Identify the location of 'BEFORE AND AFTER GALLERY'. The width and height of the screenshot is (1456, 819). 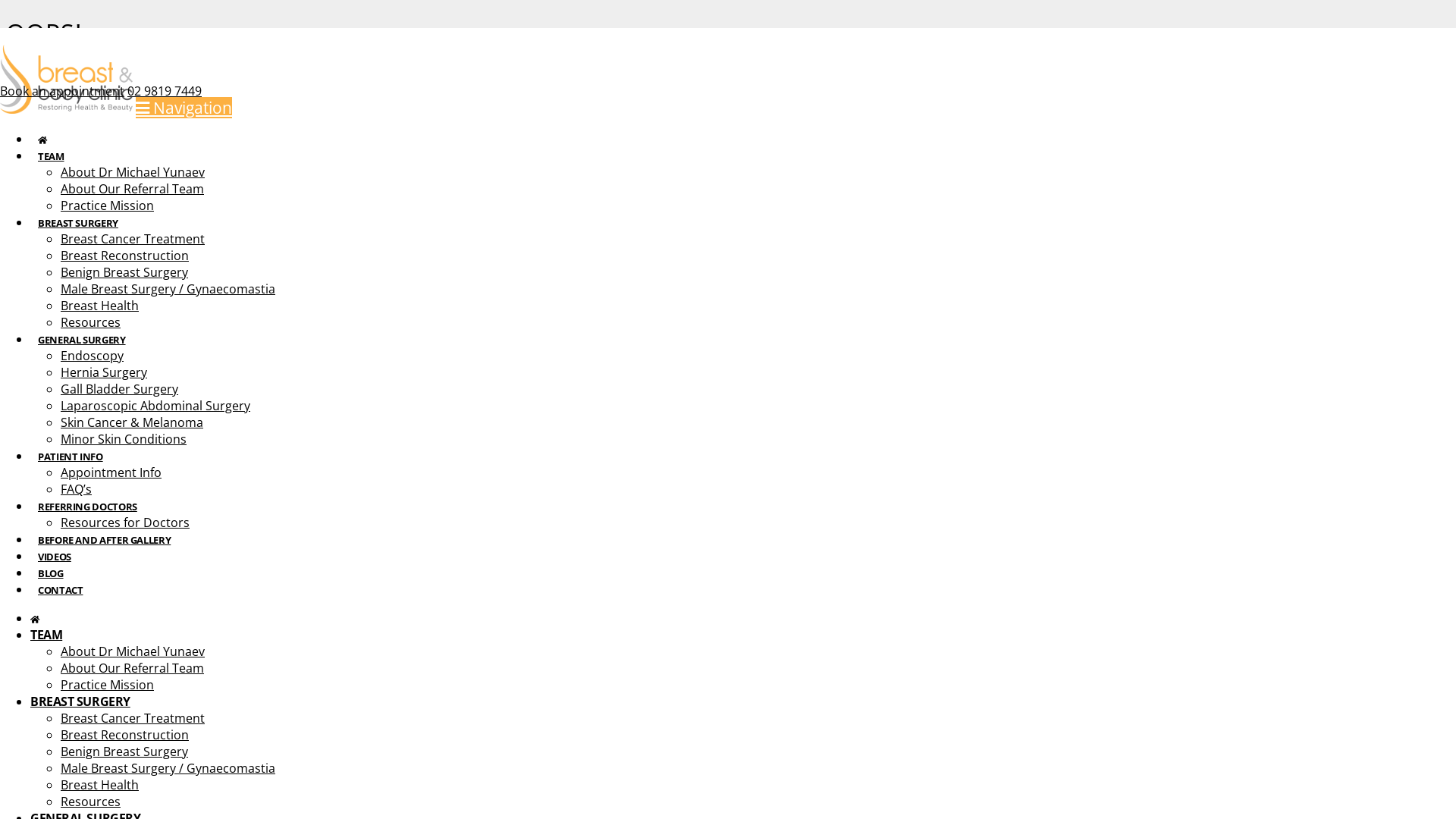
(103, 535).